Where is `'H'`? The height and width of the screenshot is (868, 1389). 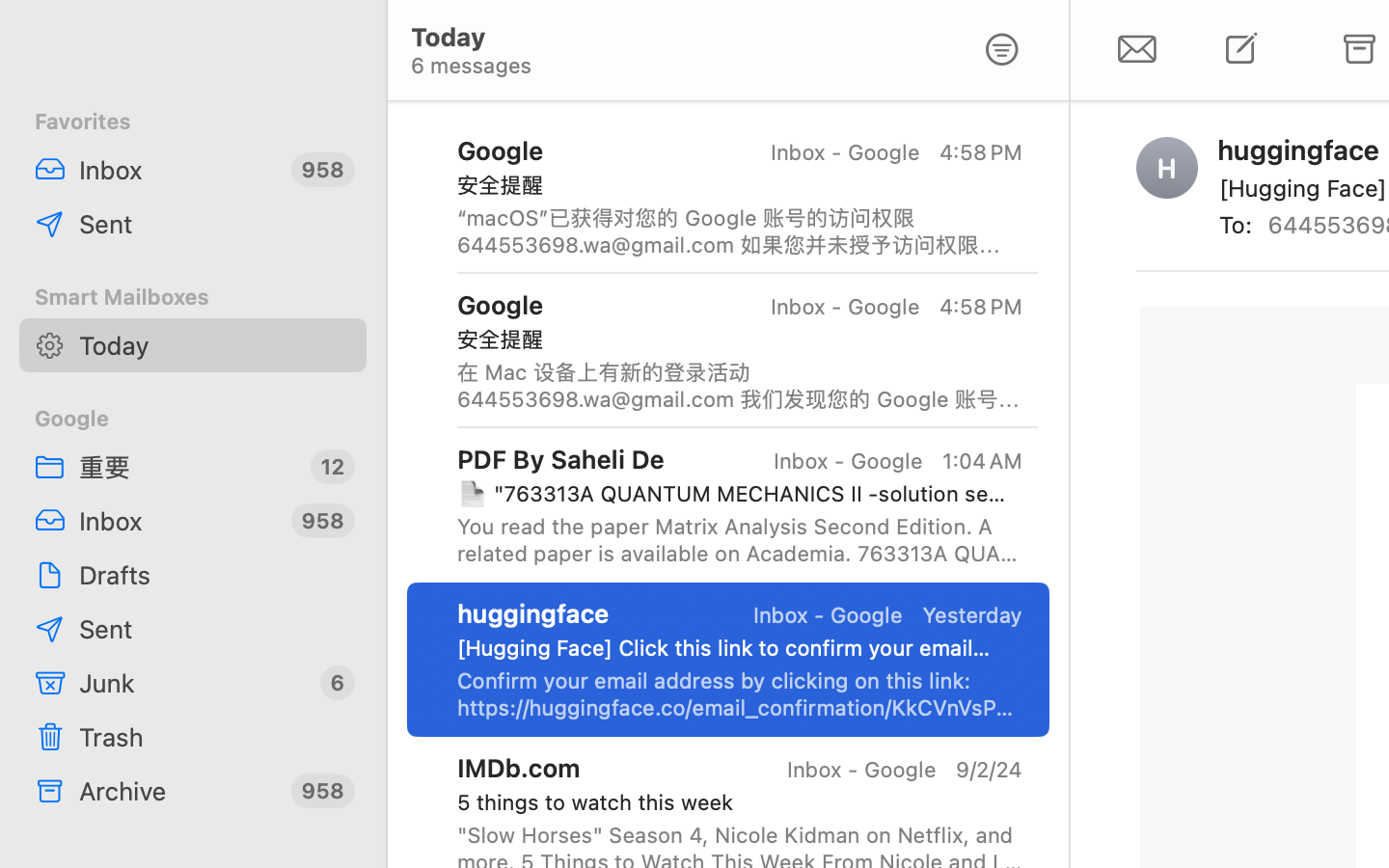
'H' is located at coordinates (1166, 167).